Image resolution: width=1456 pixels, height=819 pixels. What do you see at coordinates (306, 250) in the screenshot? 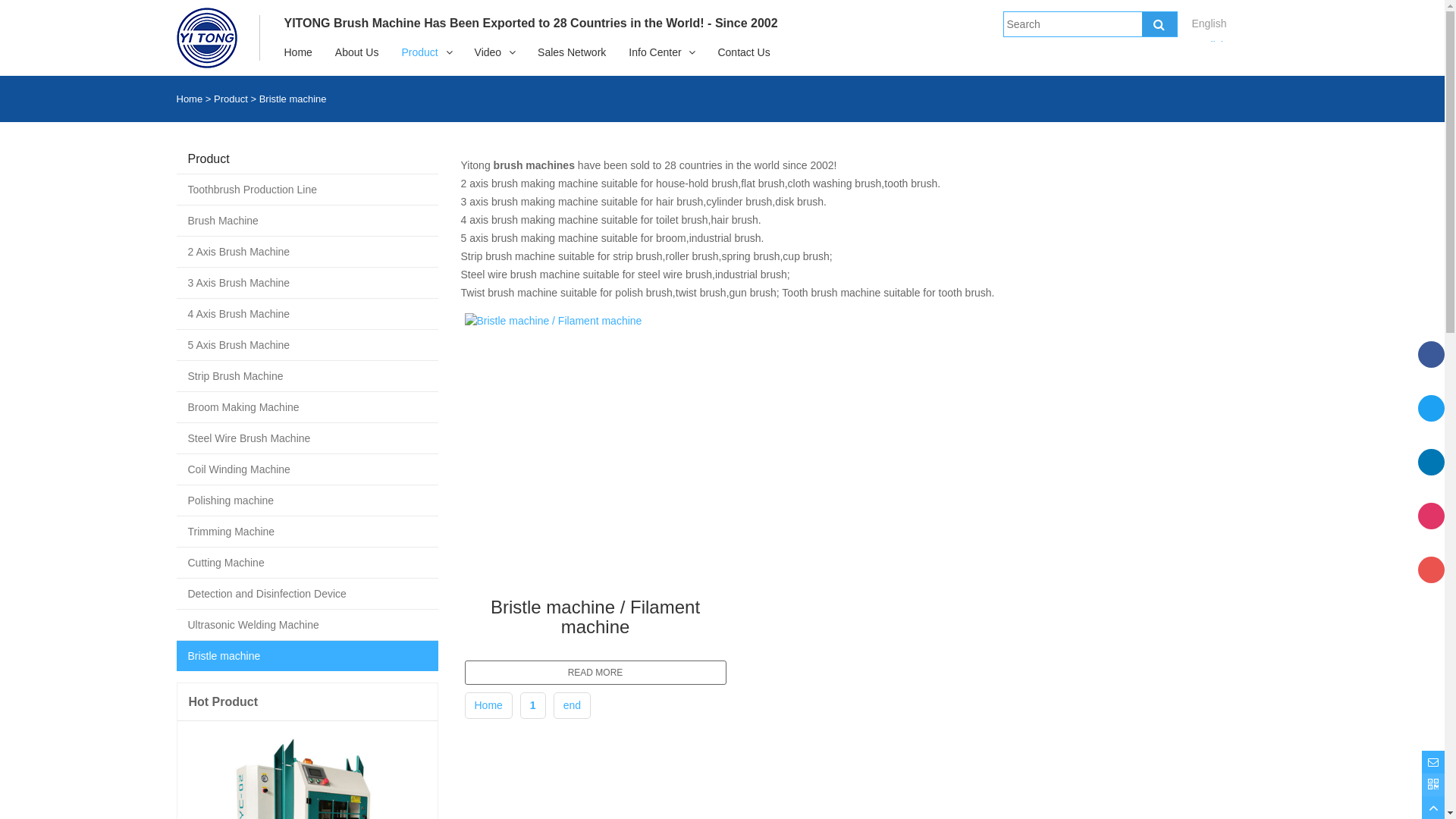
I see `'2 Axis Brush Machine'` at bounding box center [306, 250].